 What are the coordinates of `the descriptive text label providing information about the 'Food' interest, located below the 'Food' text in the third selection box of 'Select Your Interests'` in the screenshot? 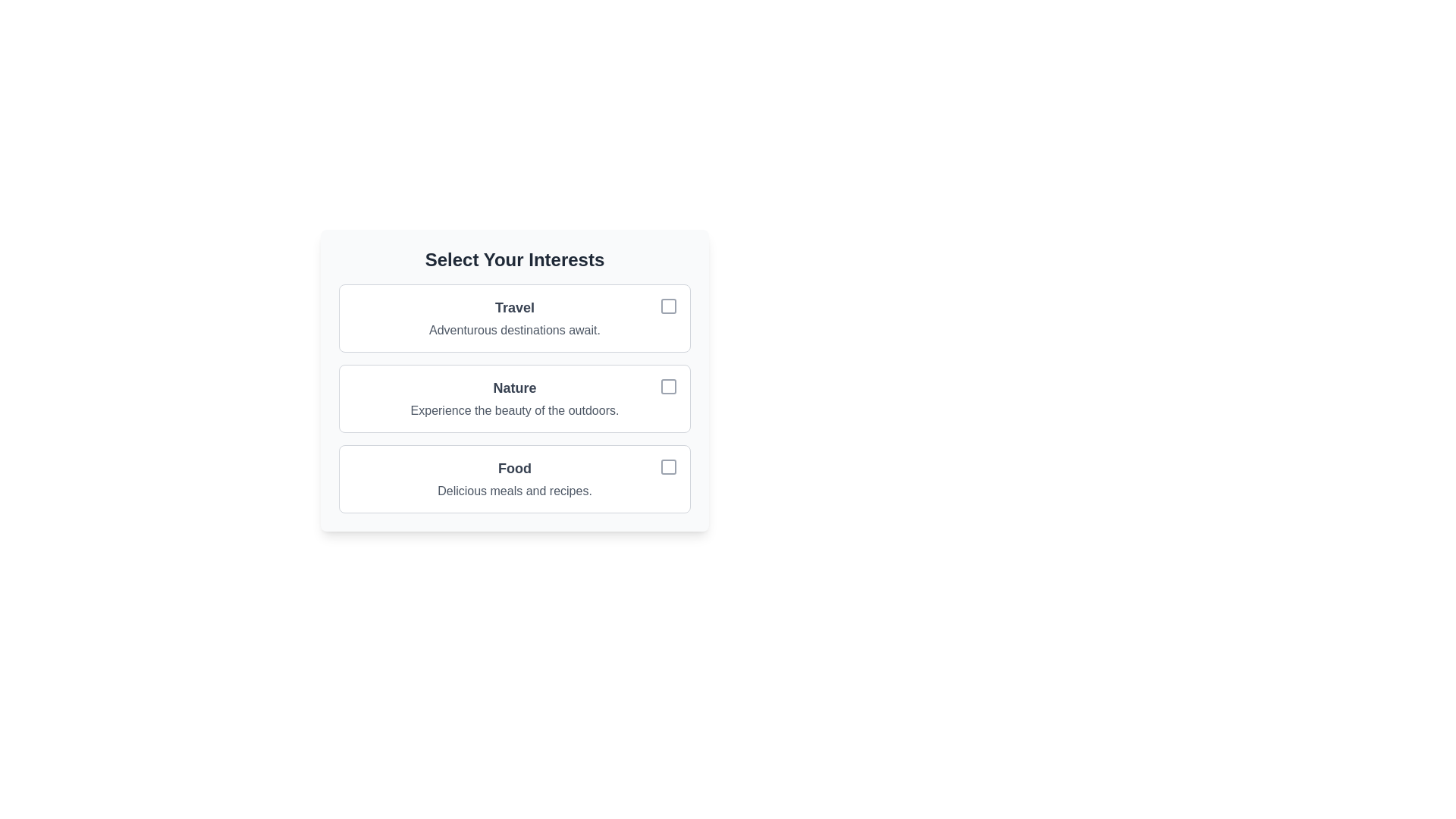 It's located at (514, 491).